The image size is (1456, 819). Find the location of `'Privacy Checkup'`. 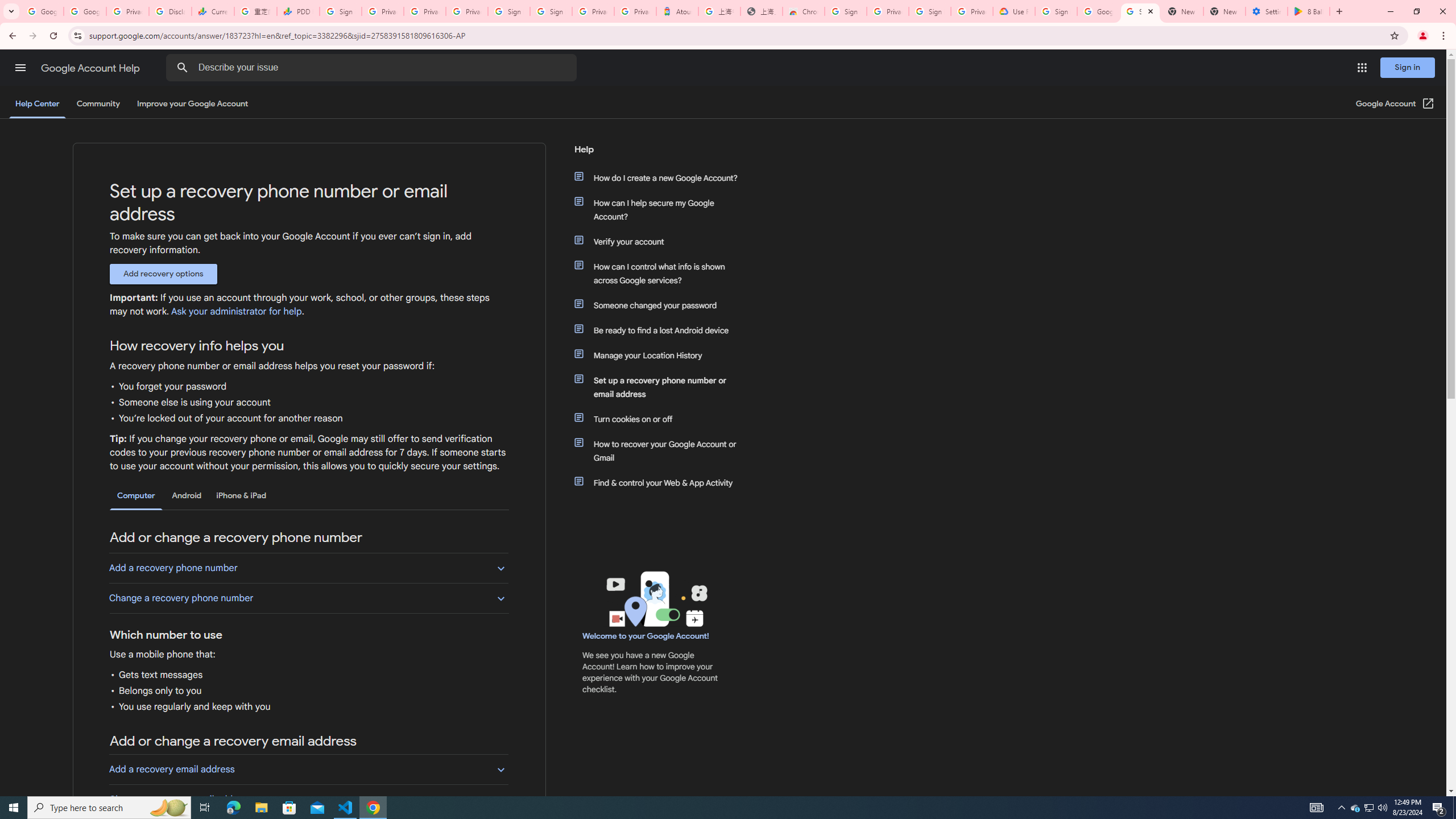

'Privacy Checkup' is located at coordinates (466, 11).